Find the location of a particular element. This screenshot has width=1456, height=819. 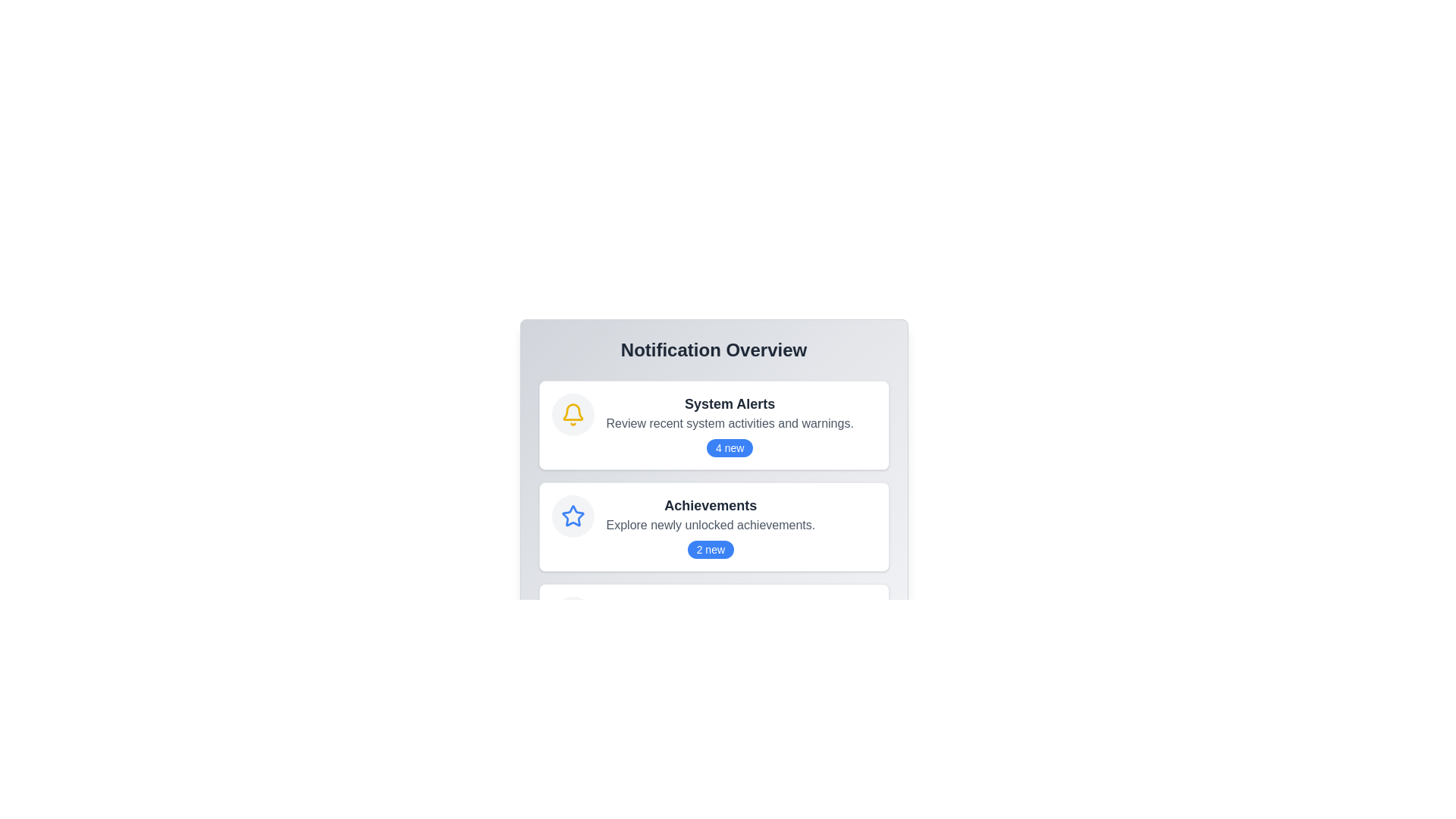

the star-shaped icon located in the 'Achievements' section, next to the '2 new' indicator is located at coordinates (572, 515).